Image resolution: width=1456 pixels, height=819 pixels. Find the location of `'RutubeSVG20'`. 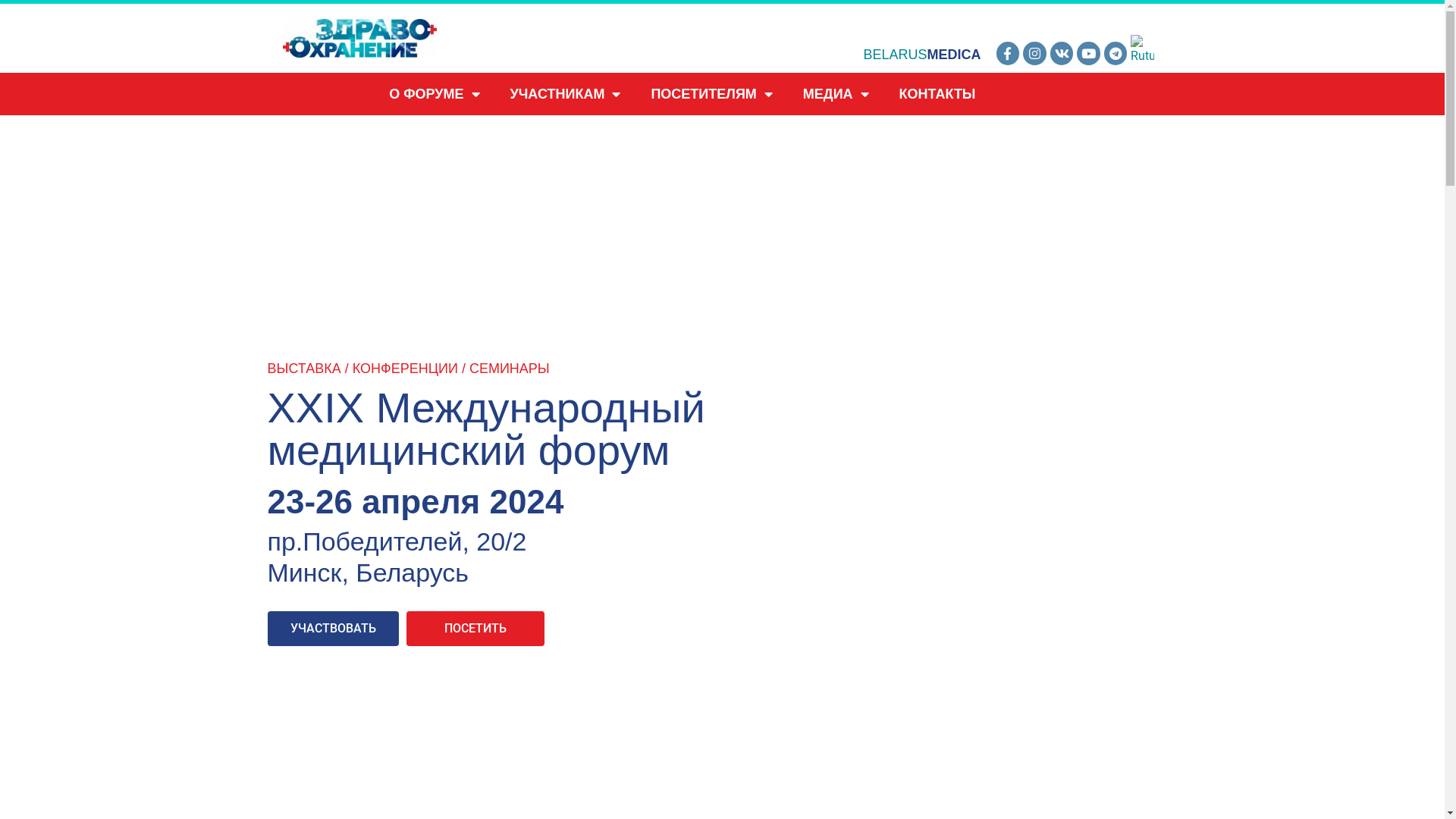

'RutubeSVG20' is located at coordinates (1142, 49).